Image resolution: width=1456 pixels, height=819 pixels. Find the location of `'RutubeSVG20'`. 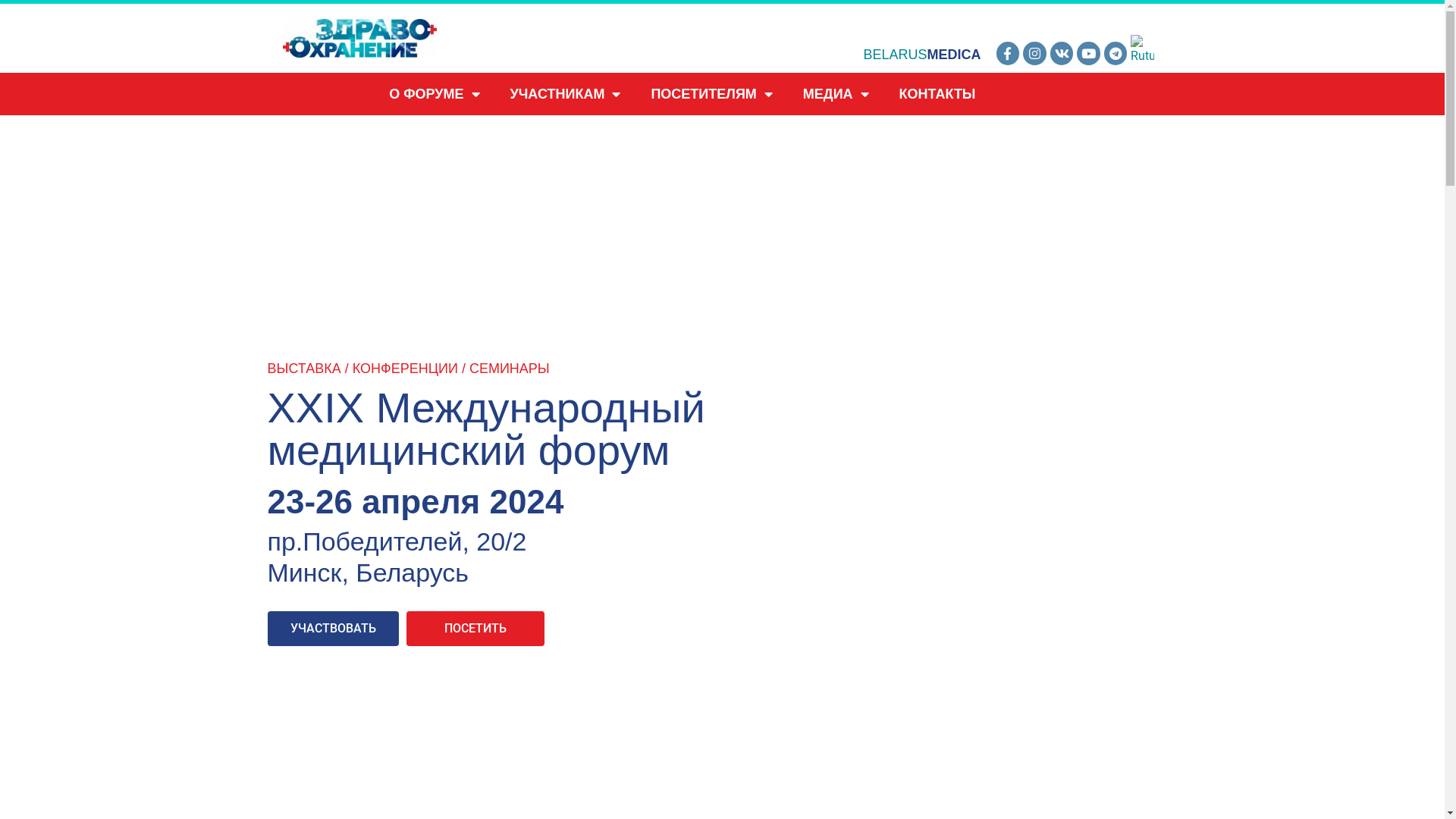

'RutubeSVG20' is located at coordinates (1142, 49).